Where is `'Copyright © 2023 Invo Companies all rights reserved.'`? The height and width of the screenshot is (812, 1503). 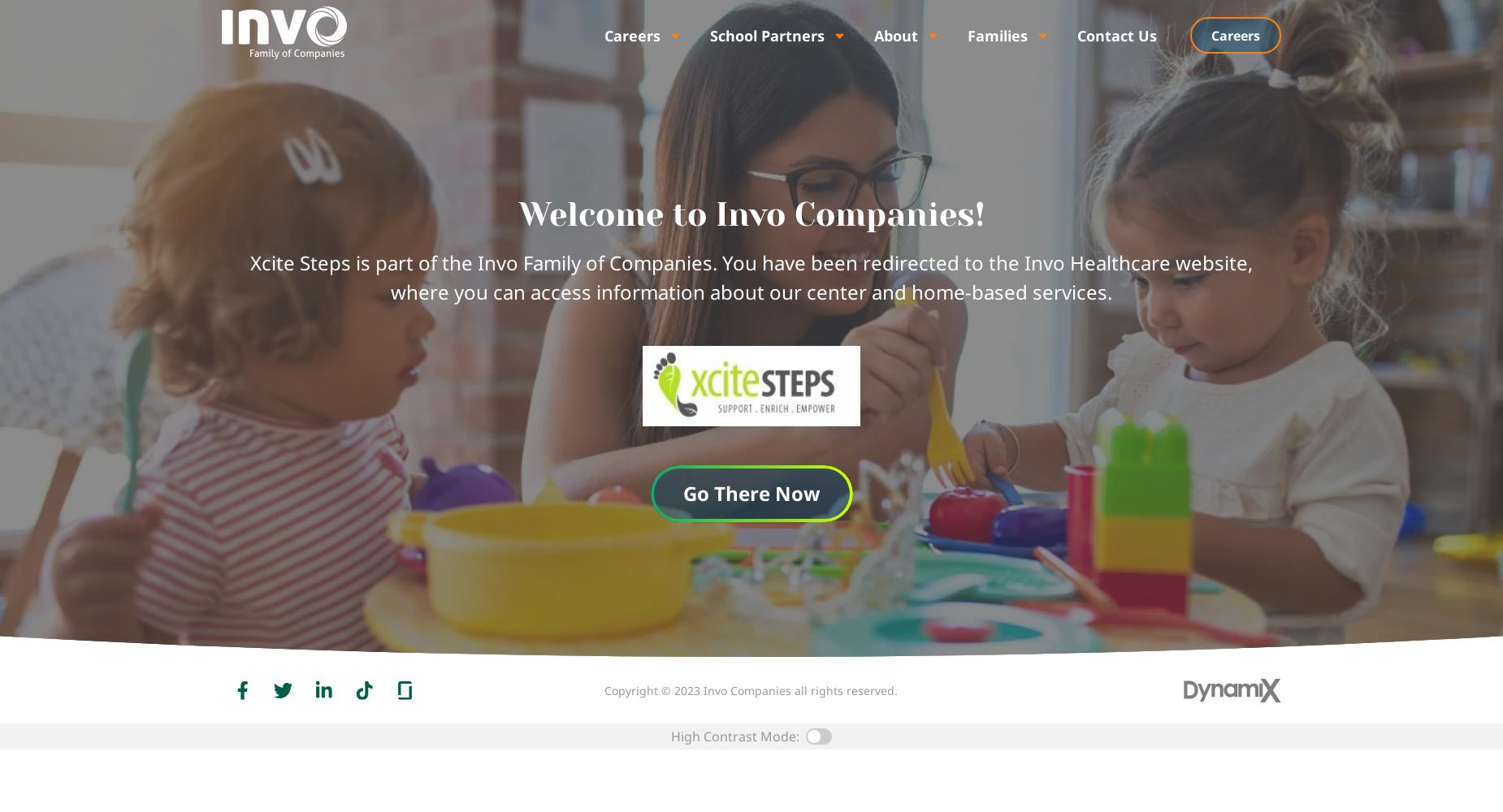
'Copyright © 2023 Invo Companies all rights reserved.' is located at coordinates (751, 689).